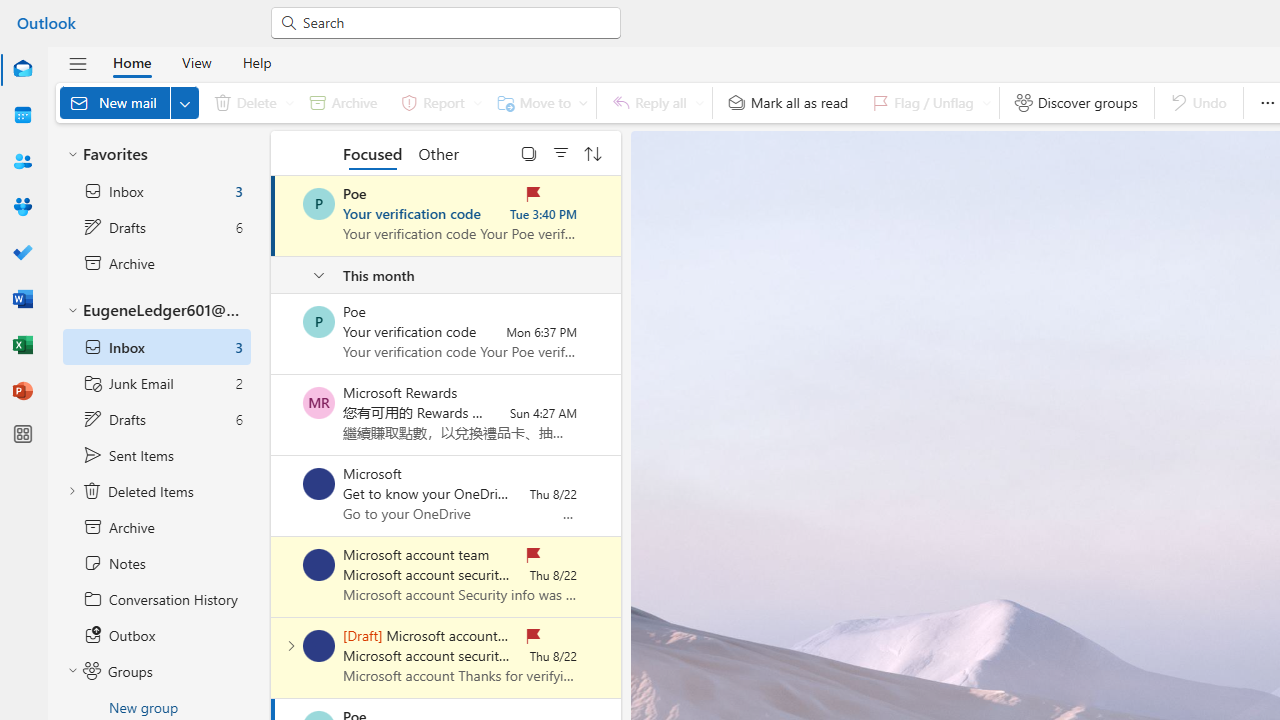  What do you see at coordinates (23, 344) in the screenshot?
I see `'Excel'` at bounding box center [23, 344].